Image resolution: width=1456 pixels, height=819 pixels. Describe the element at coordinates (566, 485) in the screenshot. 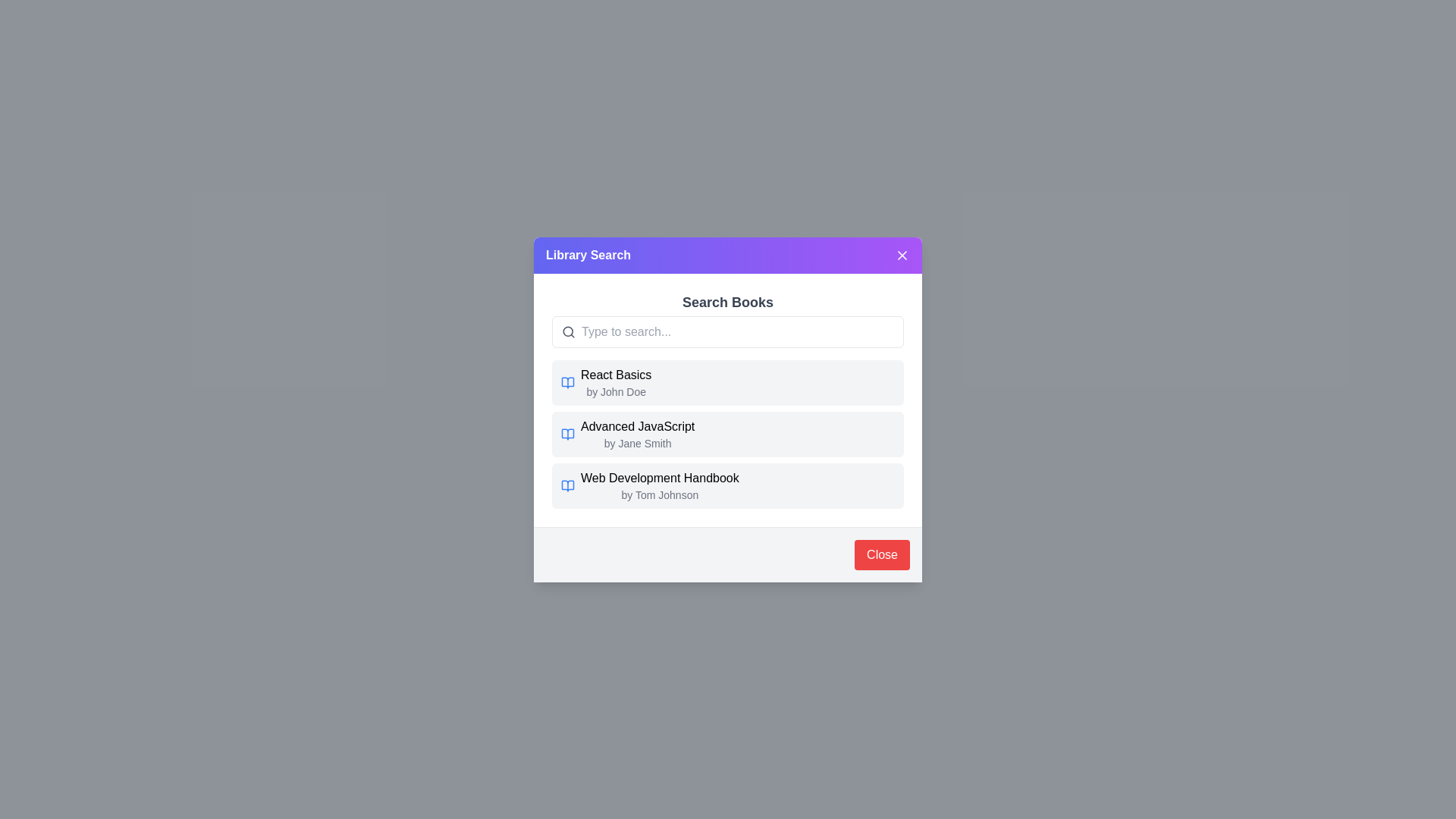

I see `the open book icon associated with the 'Web Development Handbook' list item, which is aligned to the left of the text content` at that location.